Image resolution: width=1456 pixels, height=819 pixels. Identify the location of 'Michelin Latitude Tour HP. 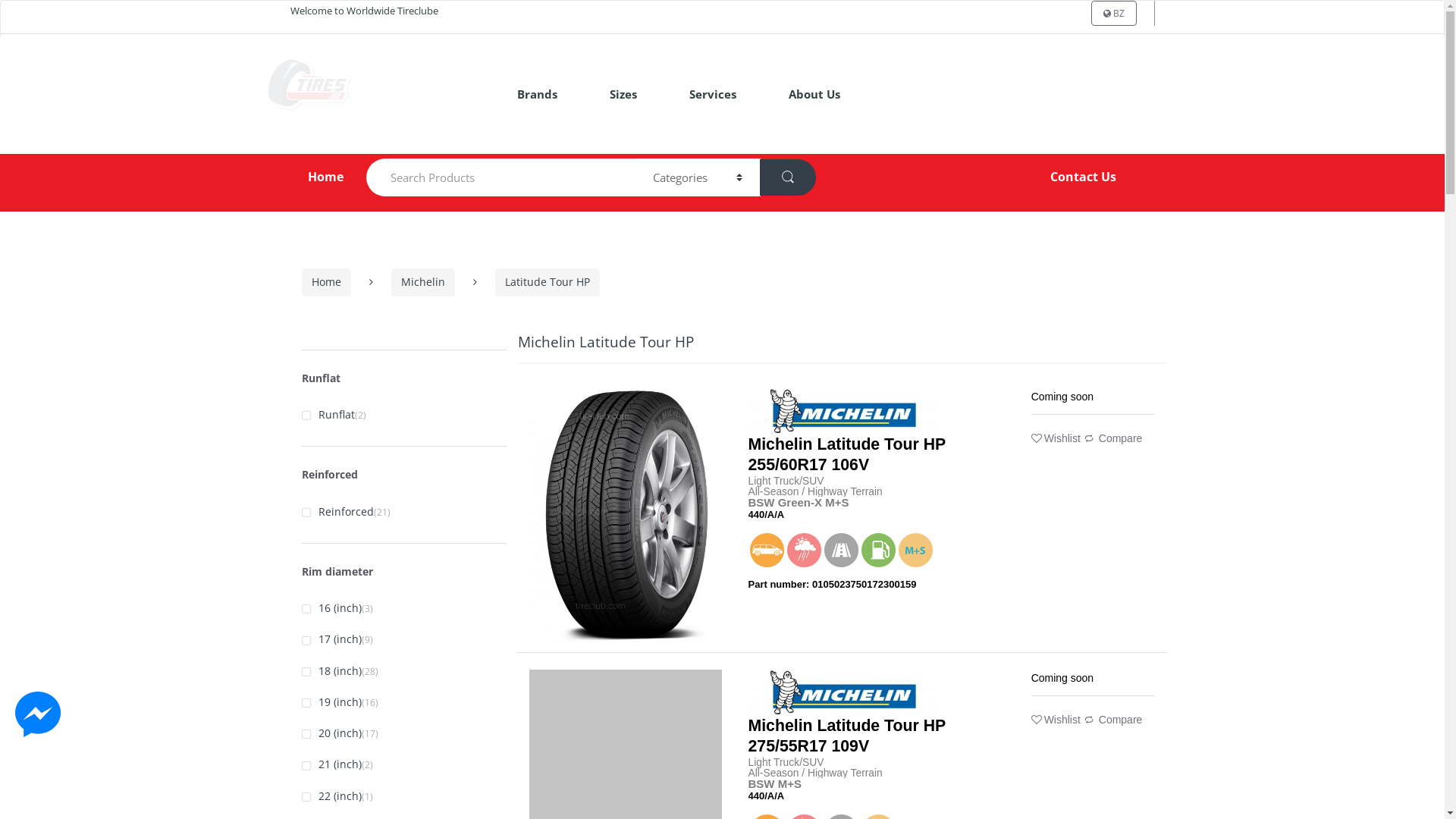
(747, 735).